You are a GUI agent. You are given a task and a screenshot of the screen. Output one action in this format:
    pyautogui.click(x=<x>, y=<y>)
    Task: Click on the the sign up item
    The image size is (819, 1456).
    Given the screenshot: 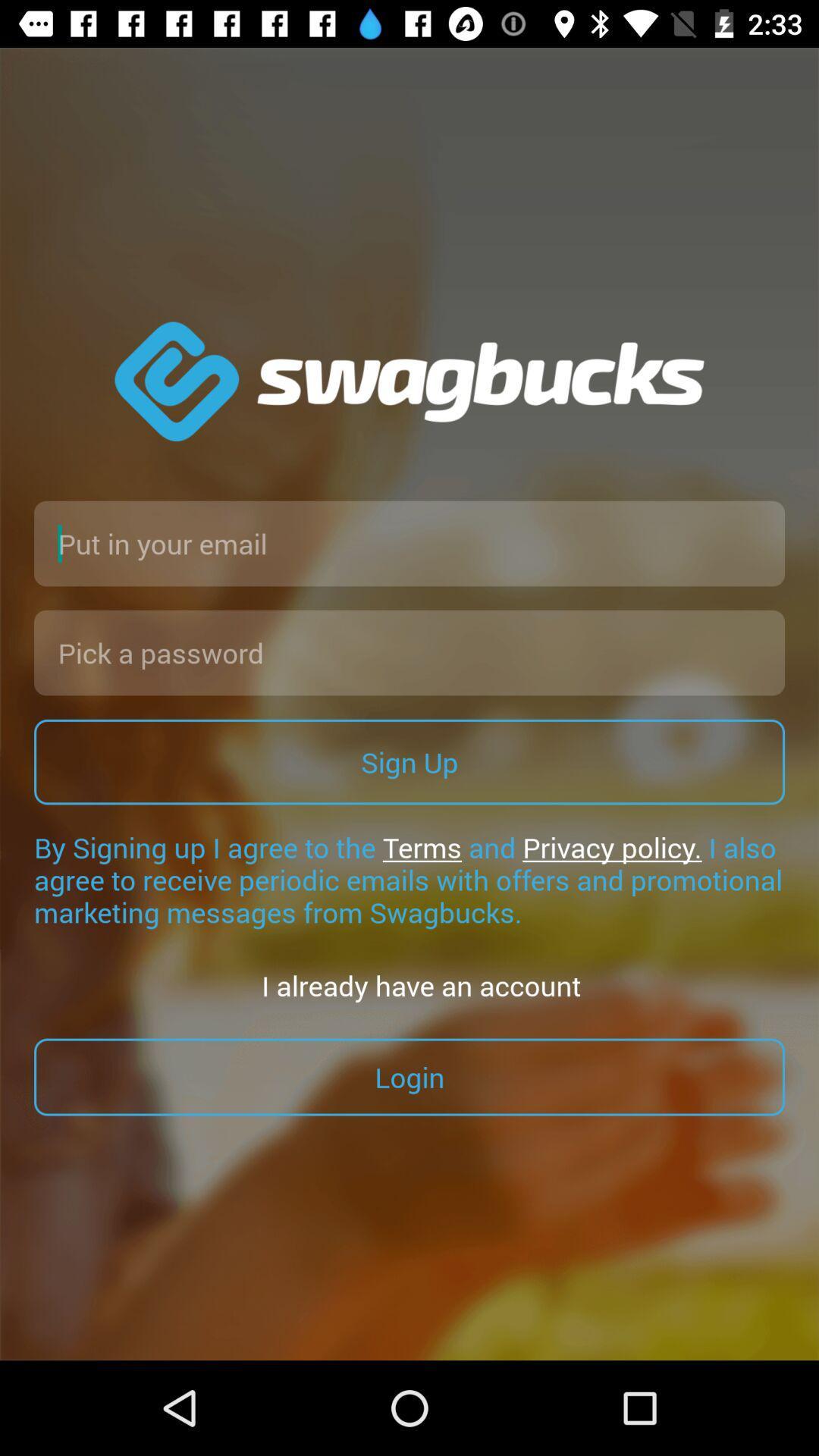 What is the action you would take?
    pyautogui.click(x=409, y=761)
    